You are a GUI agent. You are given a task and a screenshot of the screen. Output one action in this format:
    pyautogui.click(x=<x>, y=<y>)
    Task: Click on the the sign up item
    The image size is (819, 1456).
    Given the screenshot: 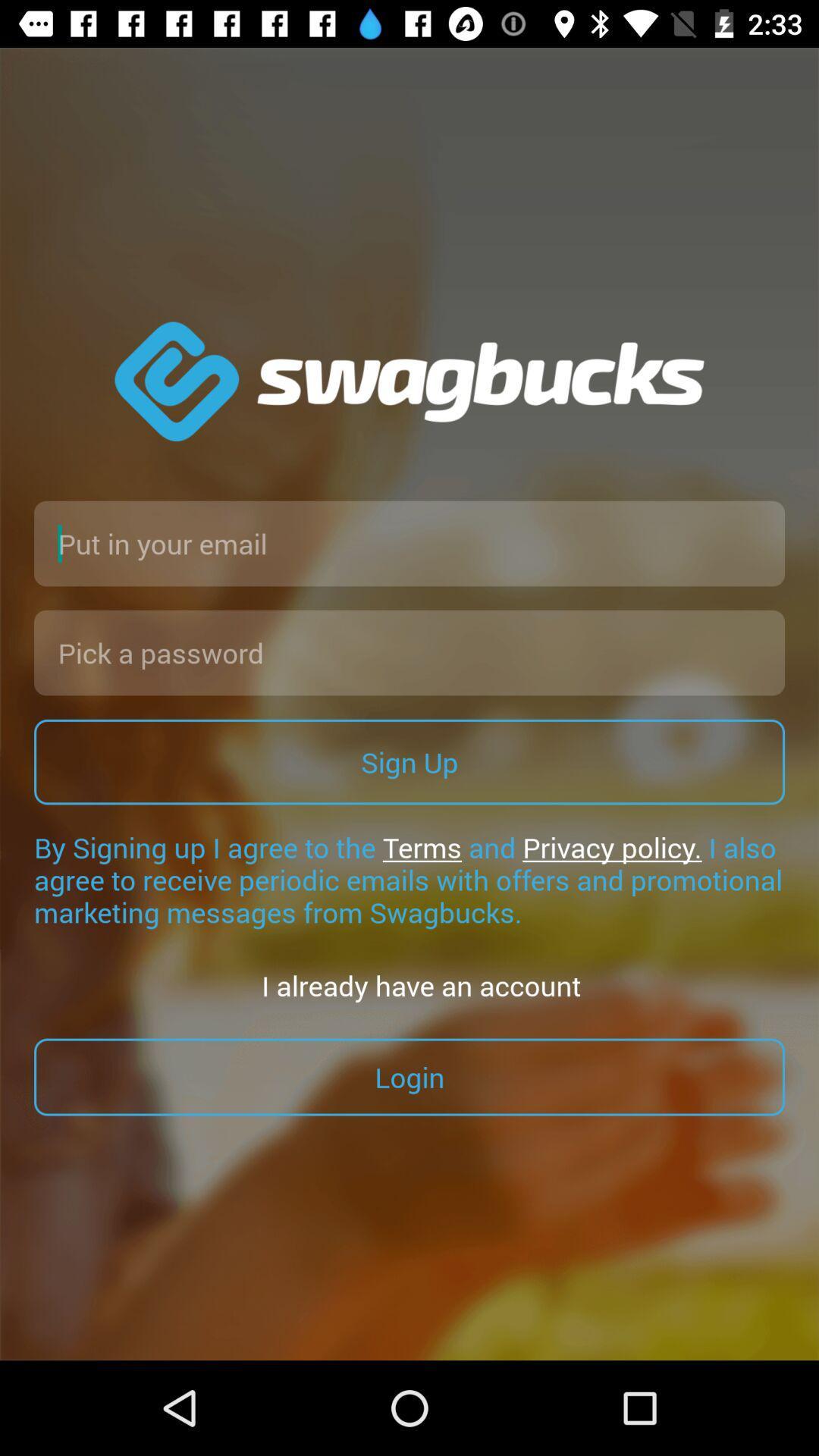 What is the action you would take?
    pyautogui.click(x=409, y=761)
    